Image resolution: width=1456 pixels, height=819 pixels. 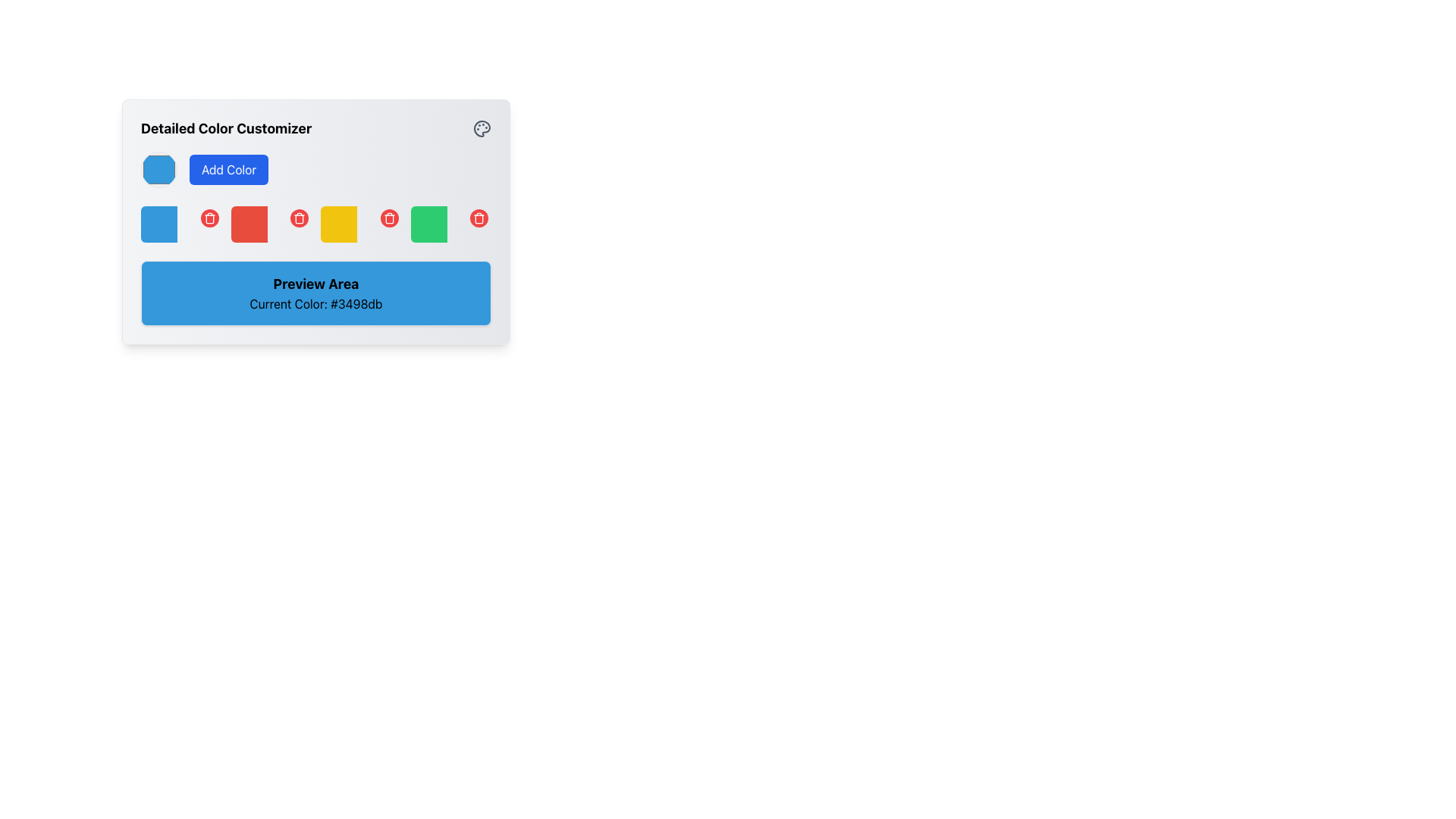 I want to click on the circular red button with a white trash can icon in the top-right corner of the green square color option, so click(x=479, y=218).